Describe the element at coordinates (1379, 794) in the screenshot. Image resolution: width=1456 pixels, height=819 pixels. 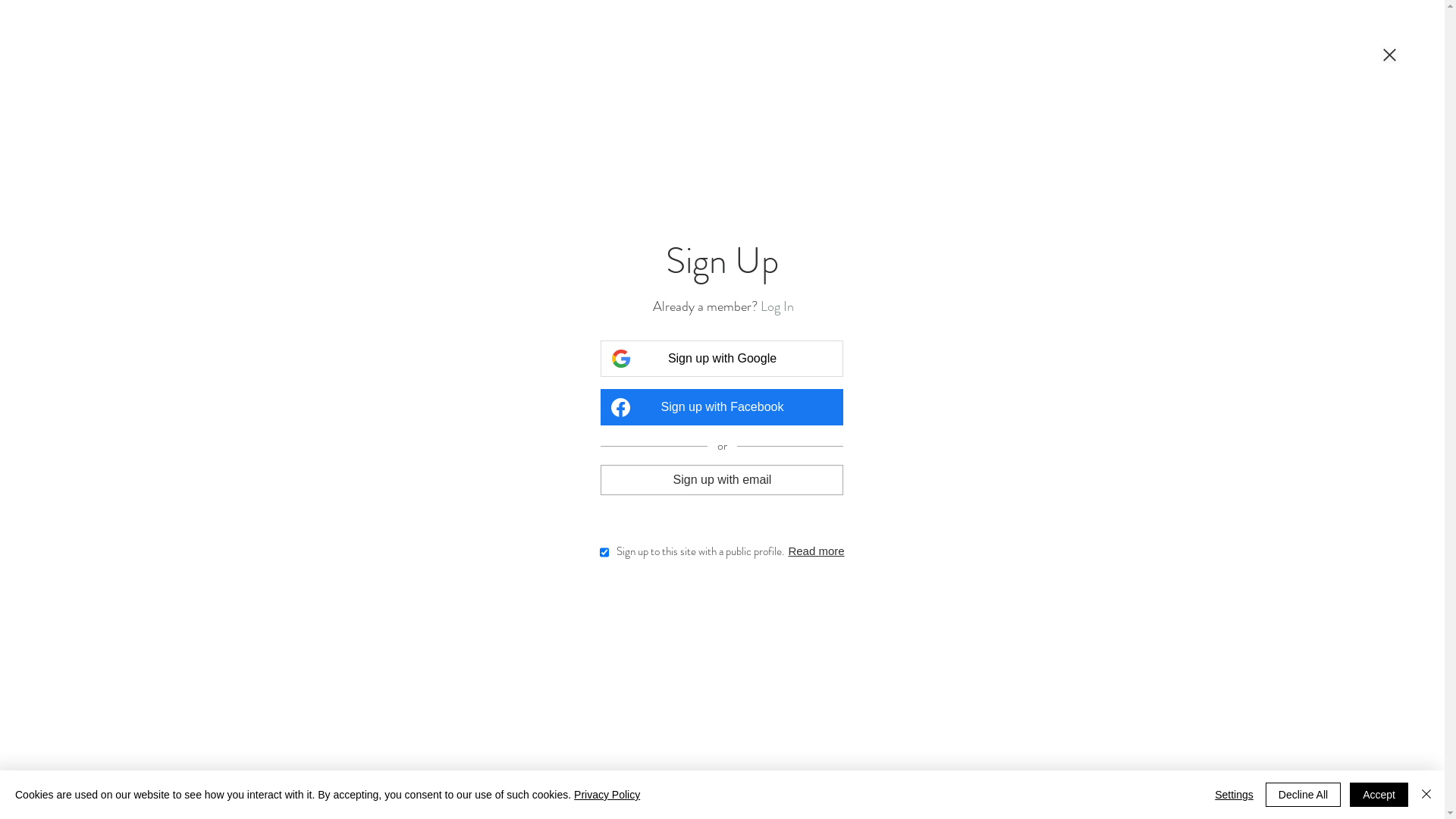
I see `'Accept'` at that location.